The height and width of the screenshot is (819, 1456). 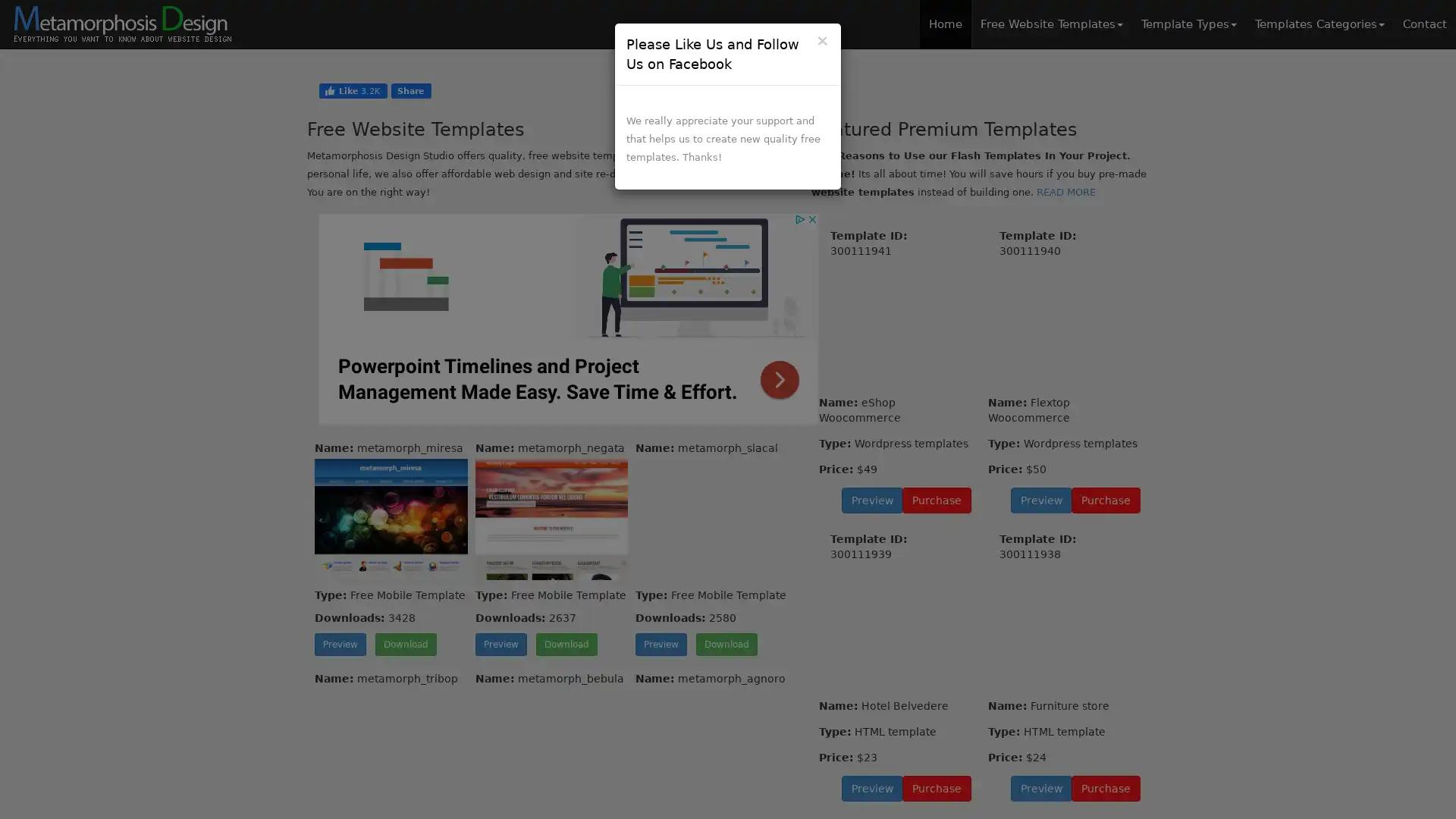 I want to click on Preview, so click(x=872, y=788).